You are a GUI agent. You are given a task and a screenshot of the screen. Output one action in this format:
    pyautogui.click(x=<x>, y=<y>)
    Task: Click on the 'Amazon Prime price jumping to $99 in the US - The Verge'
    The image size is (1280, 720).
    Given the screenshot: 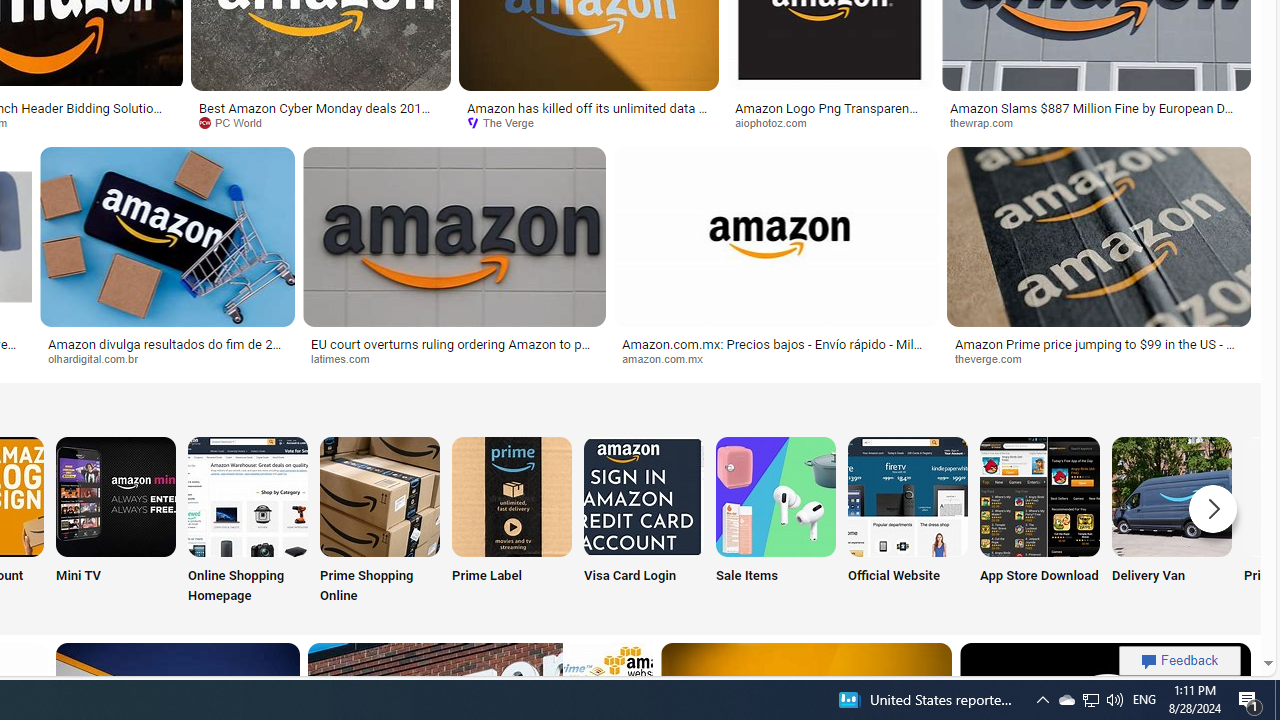 What is the action you would take?
    pyautogui.click(x=1097, y=350)
    